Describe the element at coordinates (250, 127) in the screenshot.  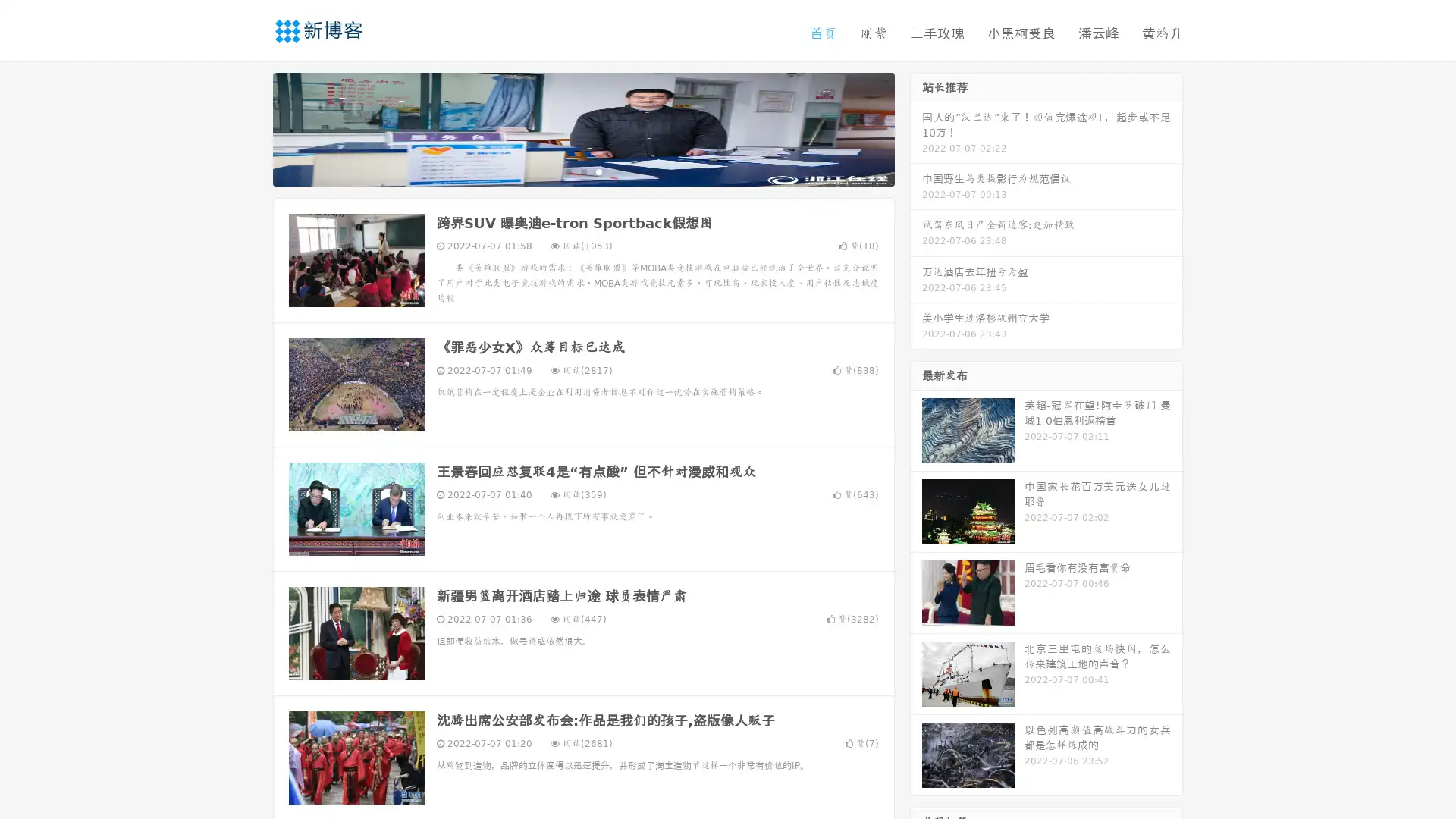
I see `Previous slide` at that location.